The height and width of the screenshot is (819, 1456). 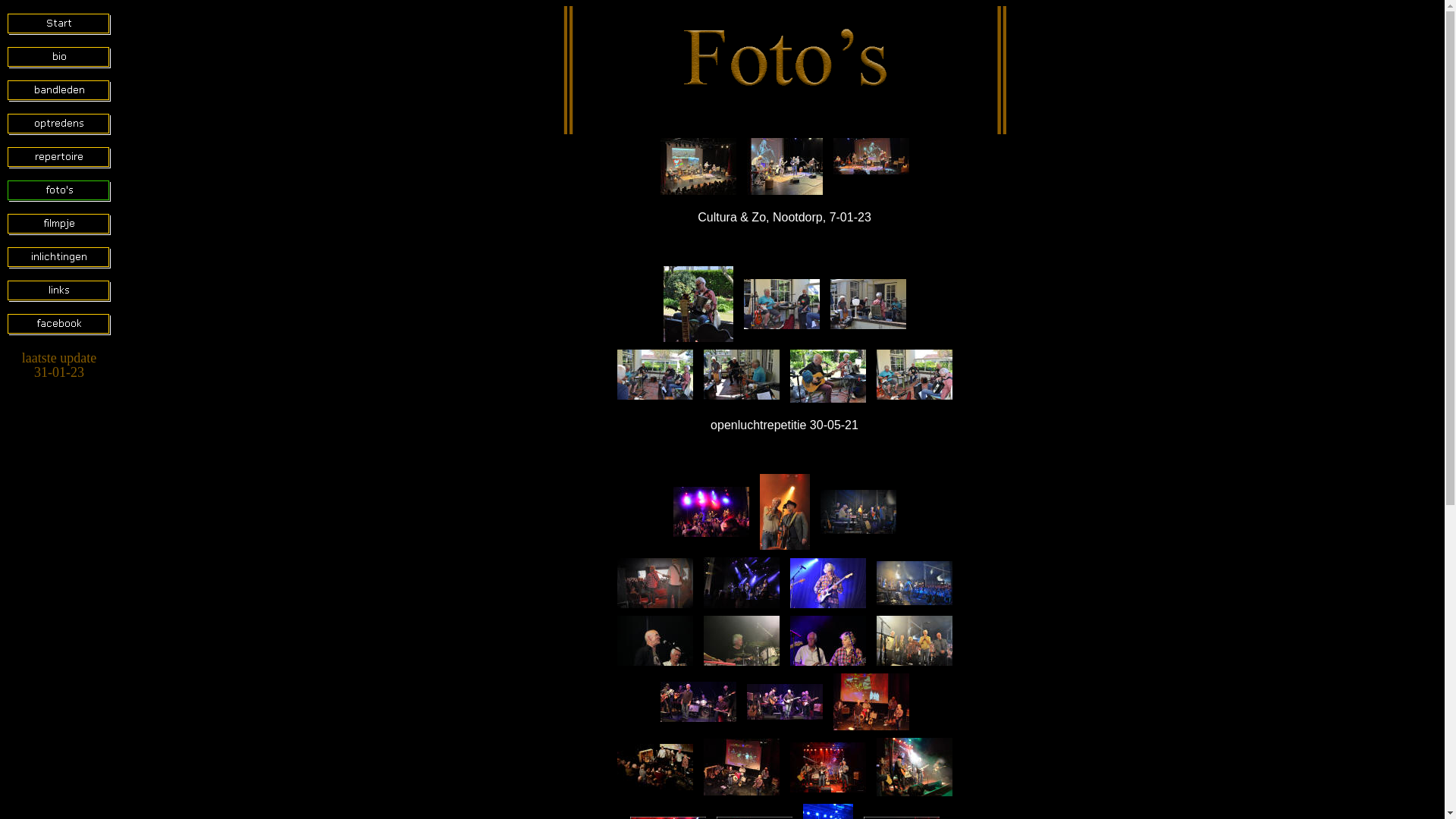 What do you see at coordinates (870, 155) in the screenshot?
I see `'CulturA & Zo, Nootdorp, 07-01-23'` at bounding box center [870, 155].